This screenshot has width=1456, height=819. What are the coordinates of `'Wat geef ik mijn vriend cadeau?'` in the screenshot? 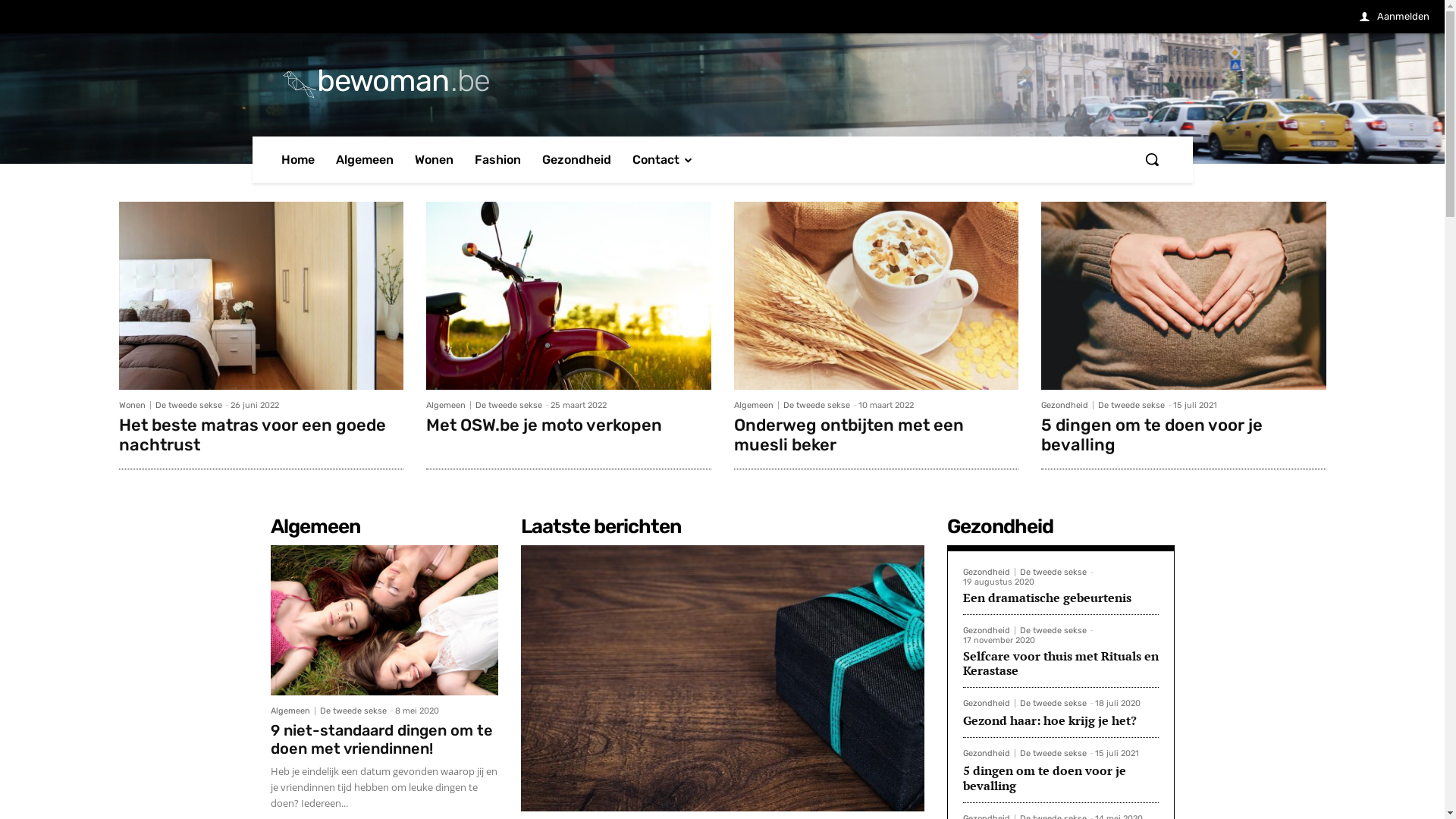 It's located at (720, 677).